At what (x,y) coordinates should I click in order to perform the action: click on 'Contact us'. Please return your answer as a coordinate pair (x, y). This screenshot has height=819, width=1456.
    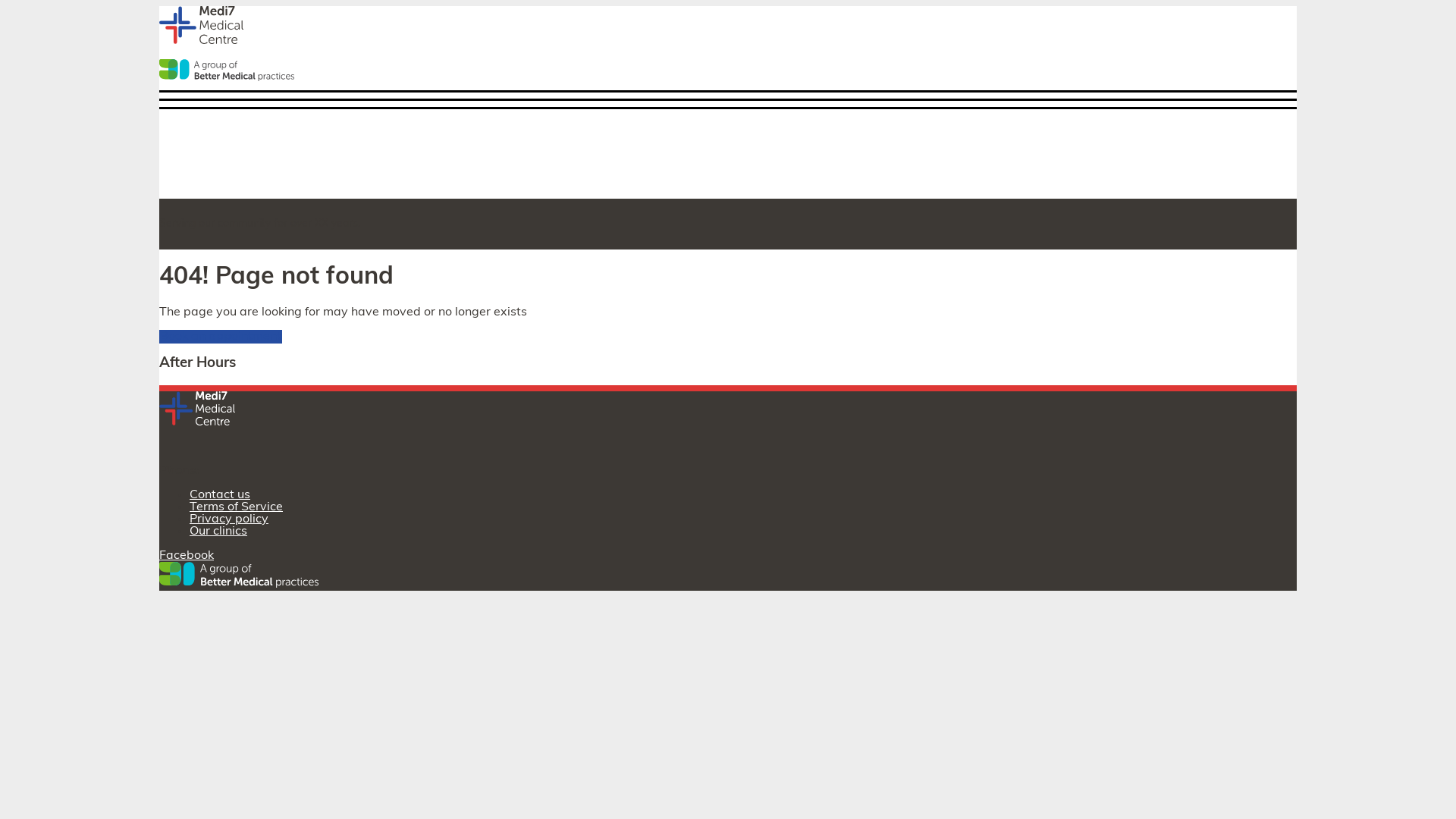
    Looking at the image, I should click on (218, 494).